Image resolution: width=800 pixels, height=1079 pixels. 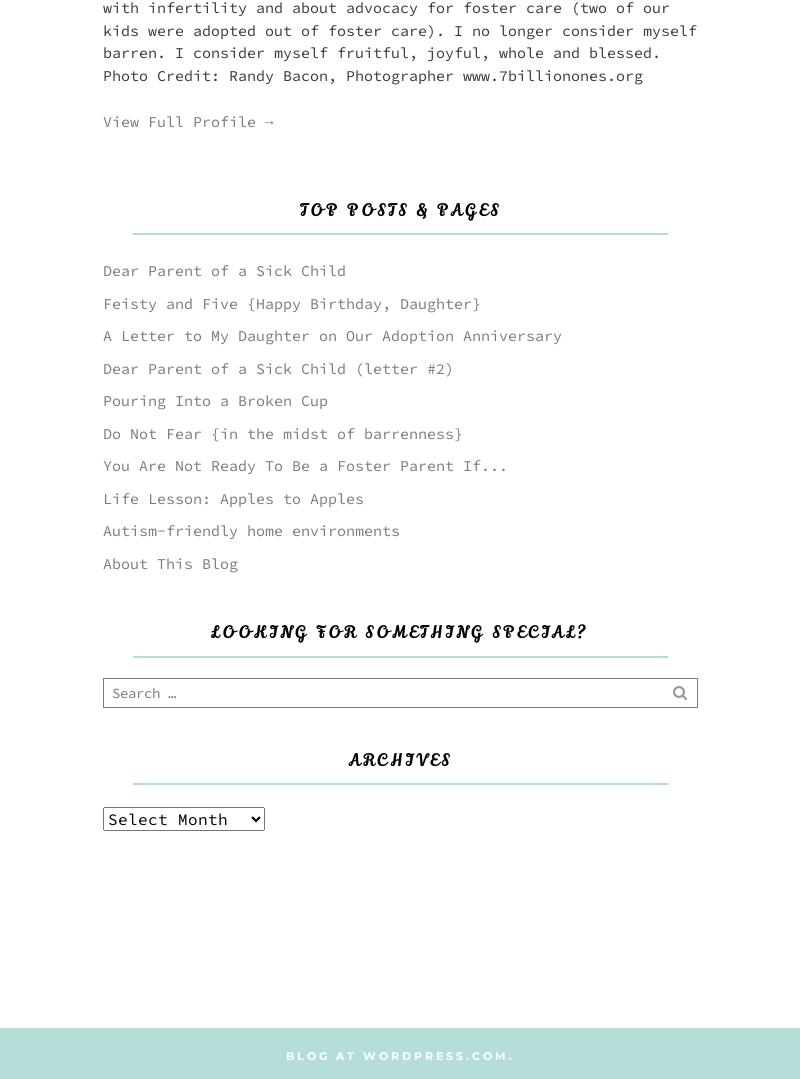 What do you see at coordinates (101, 270) in the screenshot?
I see `'Dear Parent of a Sick Child'` at bounding box center [101, 270].